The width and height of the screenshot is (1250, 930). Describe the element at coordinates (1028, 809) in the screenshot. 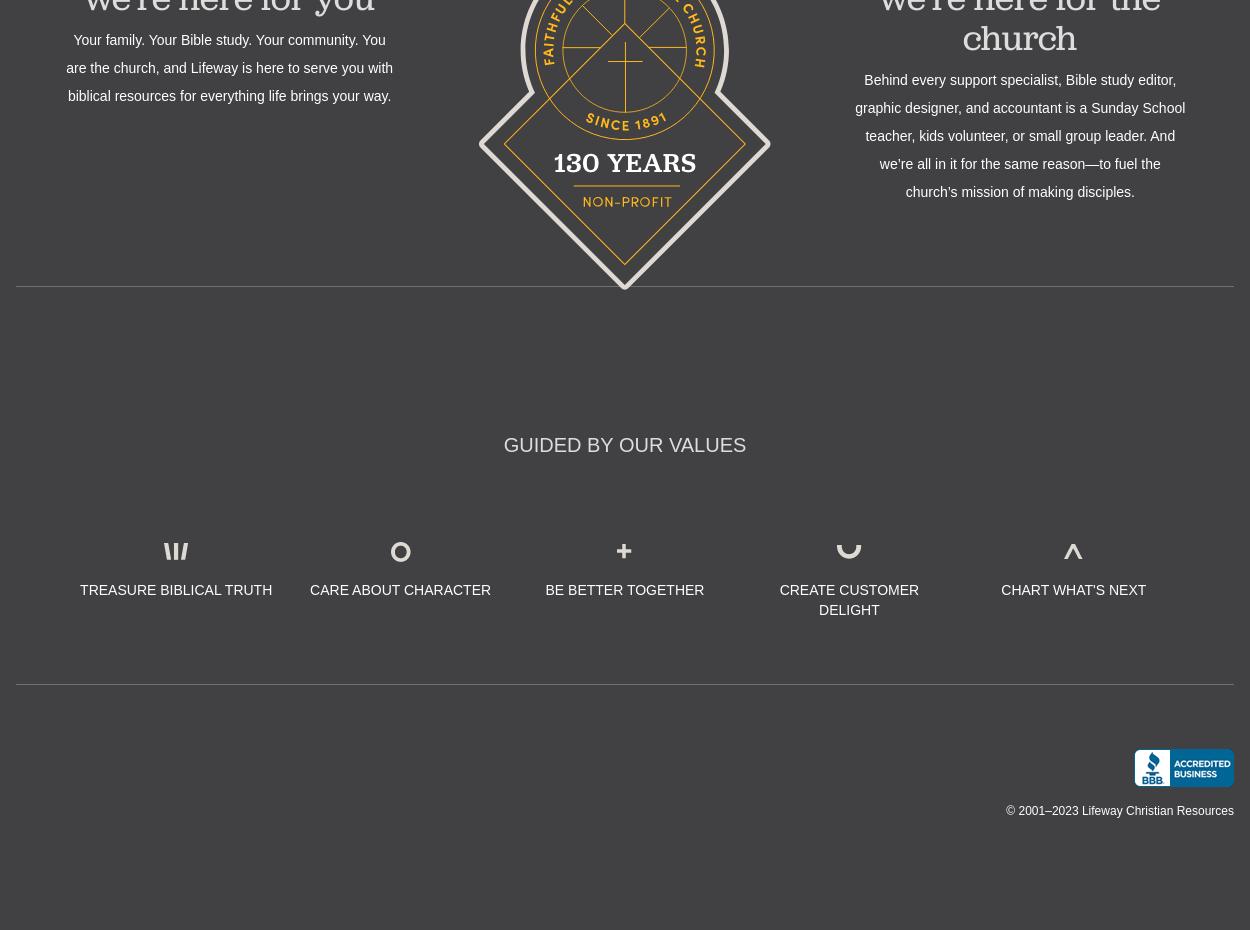

I see `'© 2001–'` at that location.